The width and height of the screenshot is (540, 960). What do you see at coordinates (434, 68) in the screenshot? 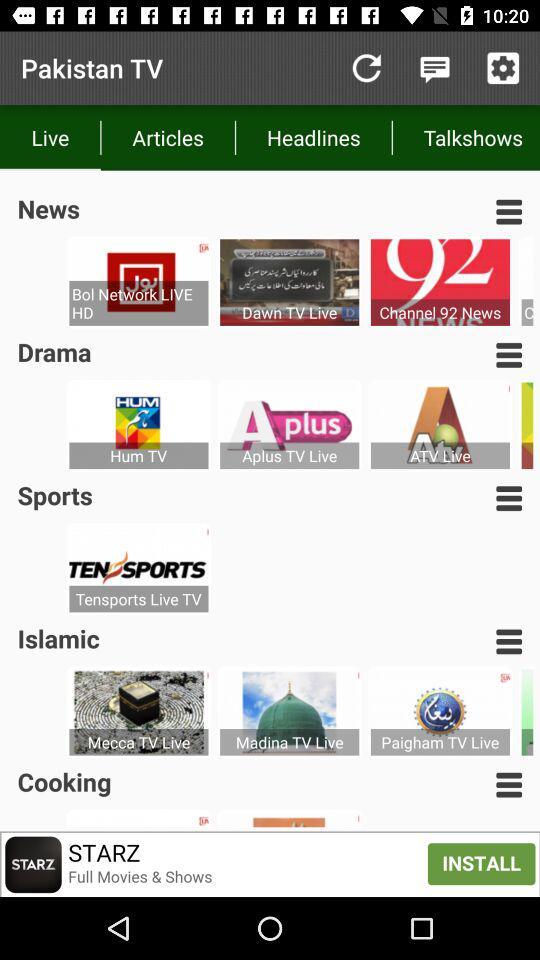
I see `item above the talkshows icon` at bounding box center [434, 68].